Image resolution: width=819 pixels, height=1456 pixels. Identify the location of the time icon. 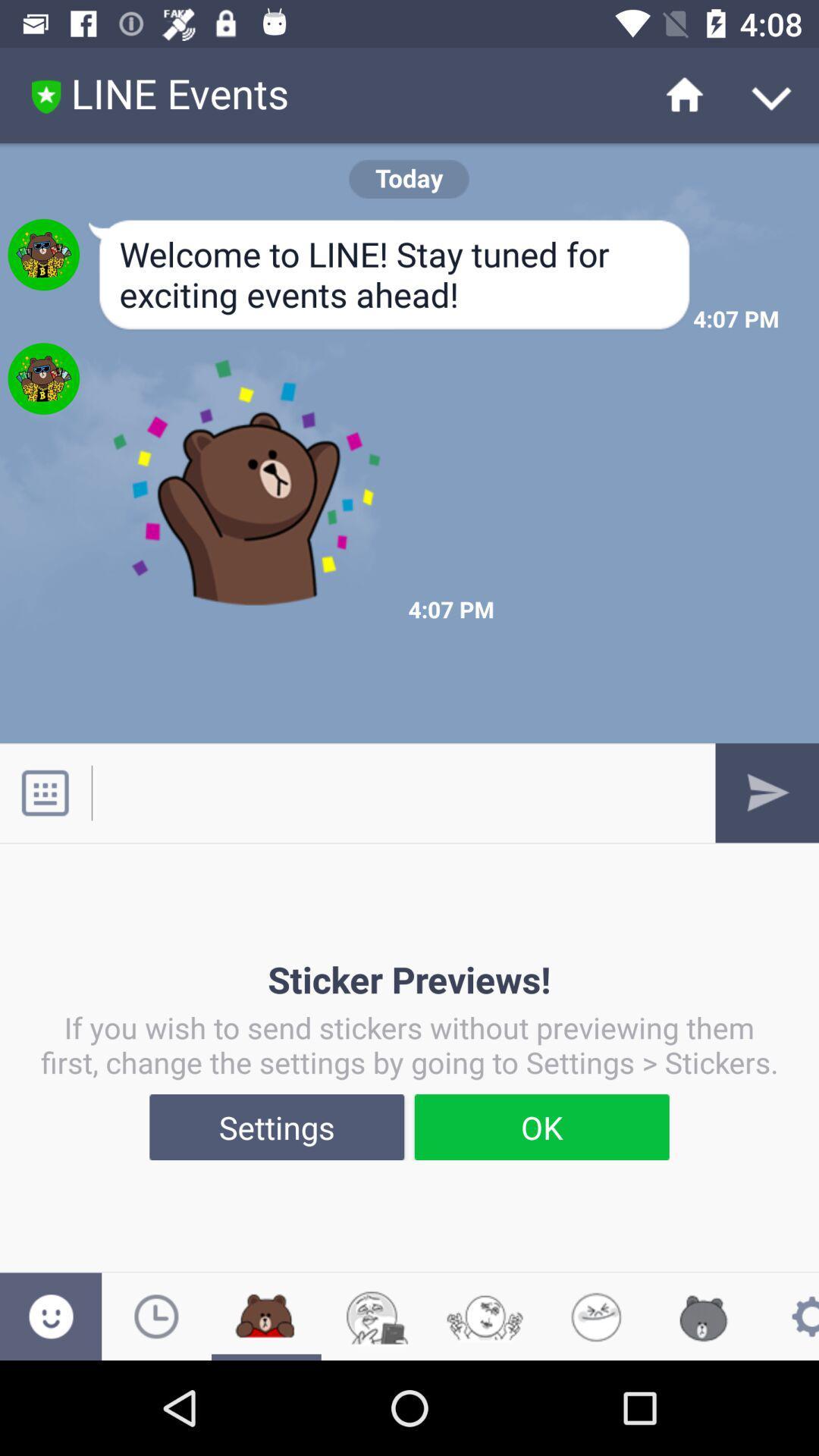
(156, 1316).